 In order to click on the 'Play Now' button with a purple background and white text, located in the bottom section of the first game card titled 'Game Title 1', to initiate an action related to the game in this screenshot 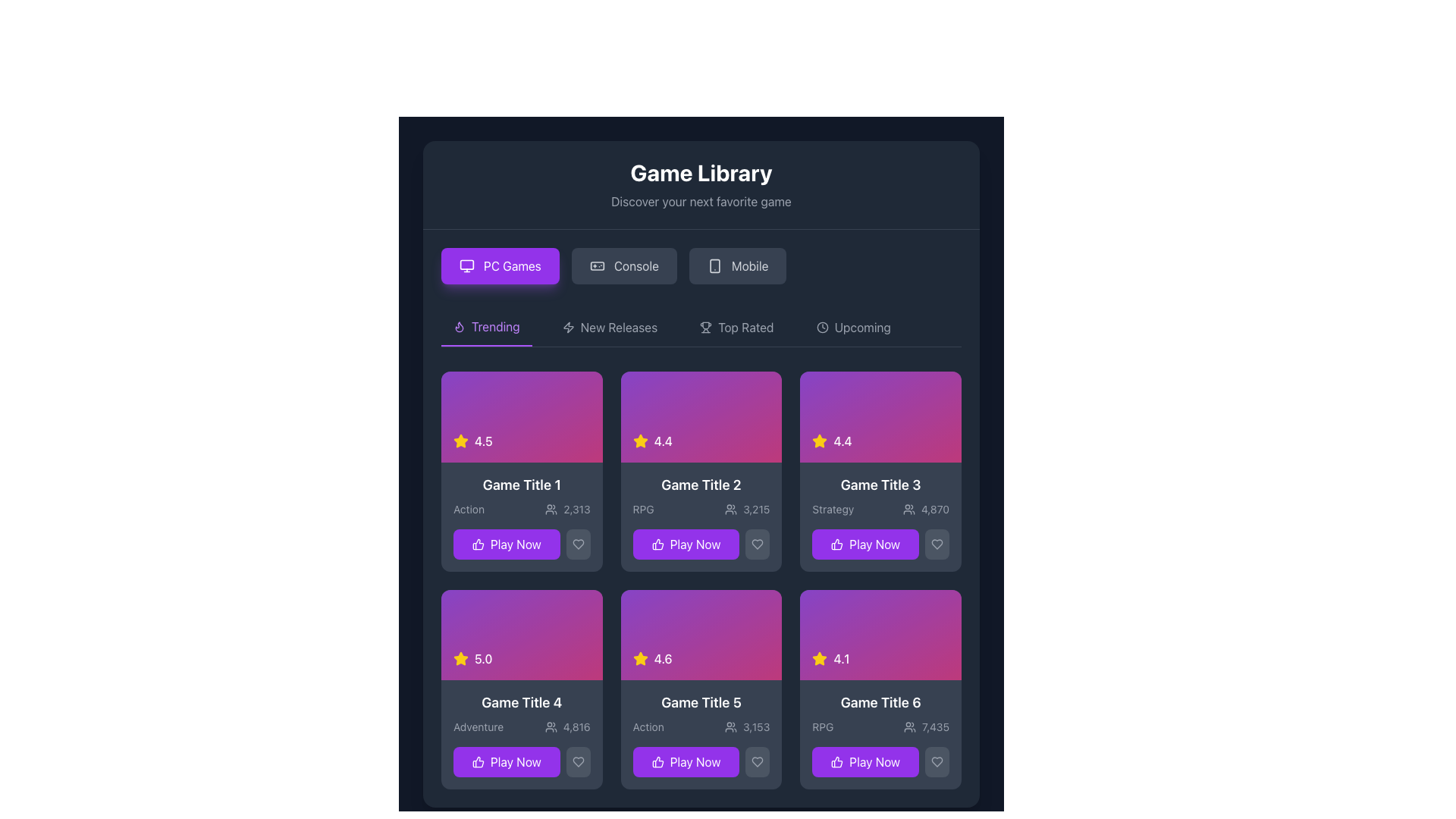, I will do `click(521, 543)`.